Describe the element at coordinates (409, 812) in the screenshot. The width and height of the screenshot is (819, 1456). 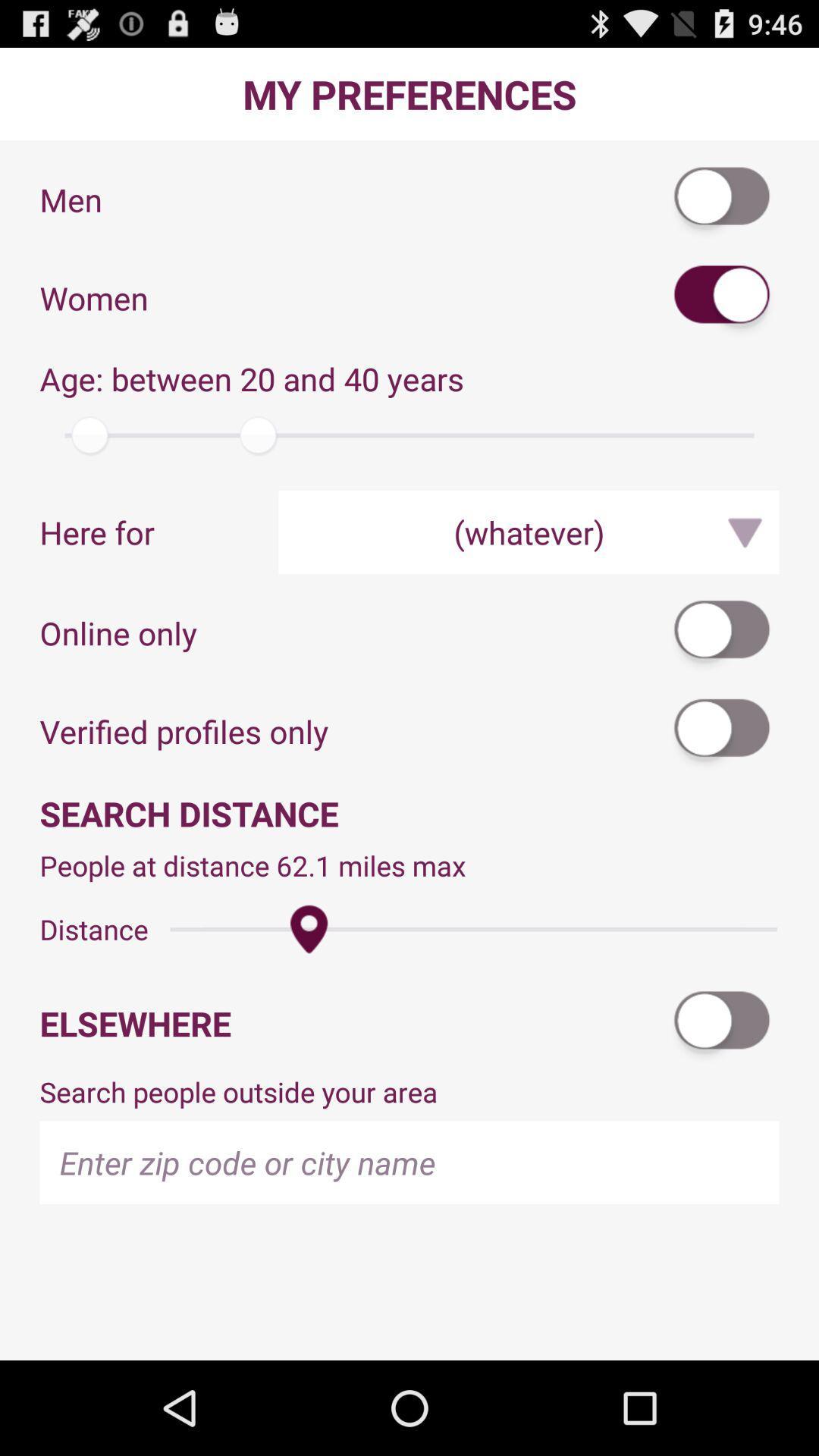
I see `the search distance app` at that location.